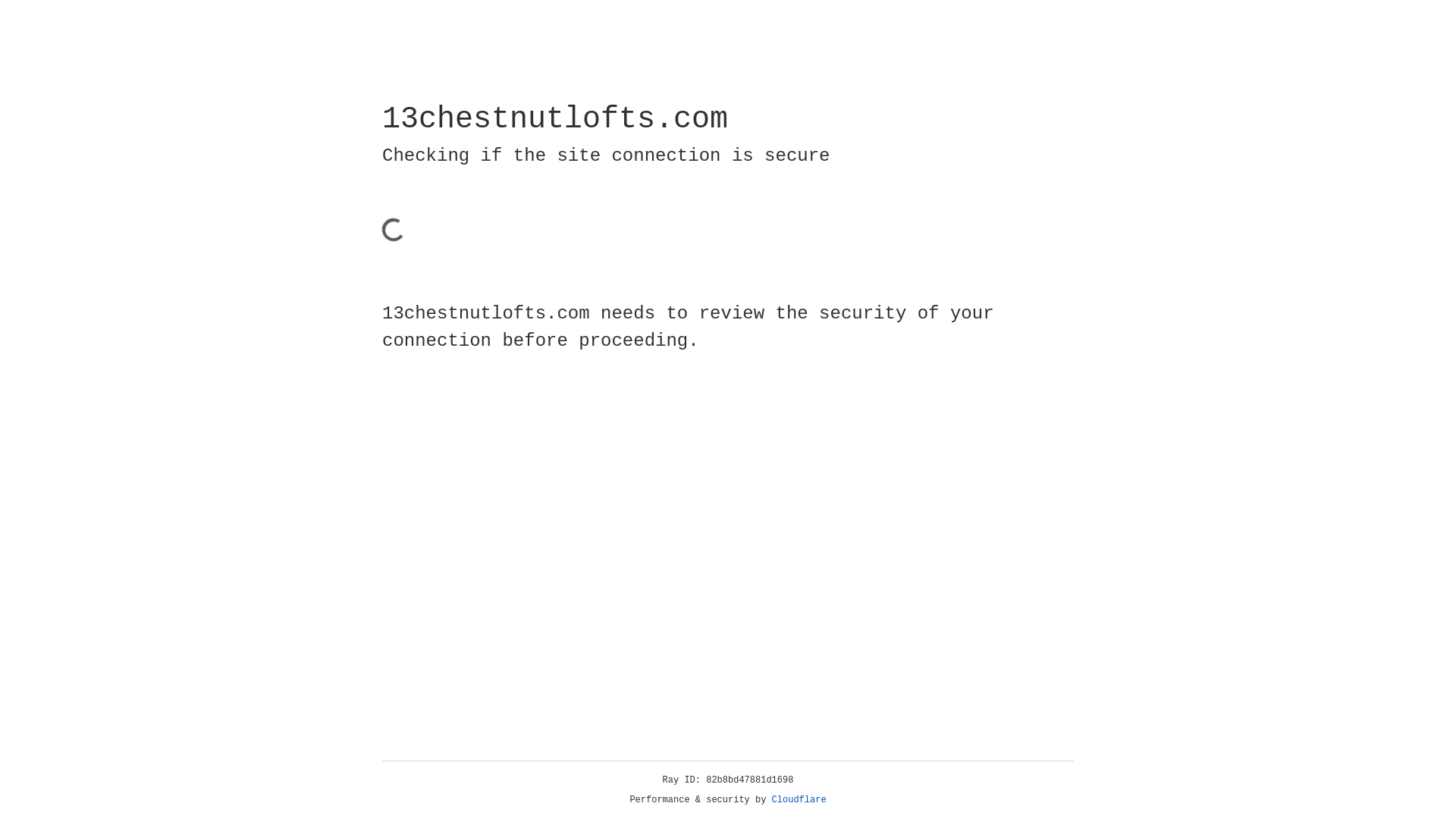 The image size is (1456, 819). I want to click on 'Cloudflare', so click(799, 799).